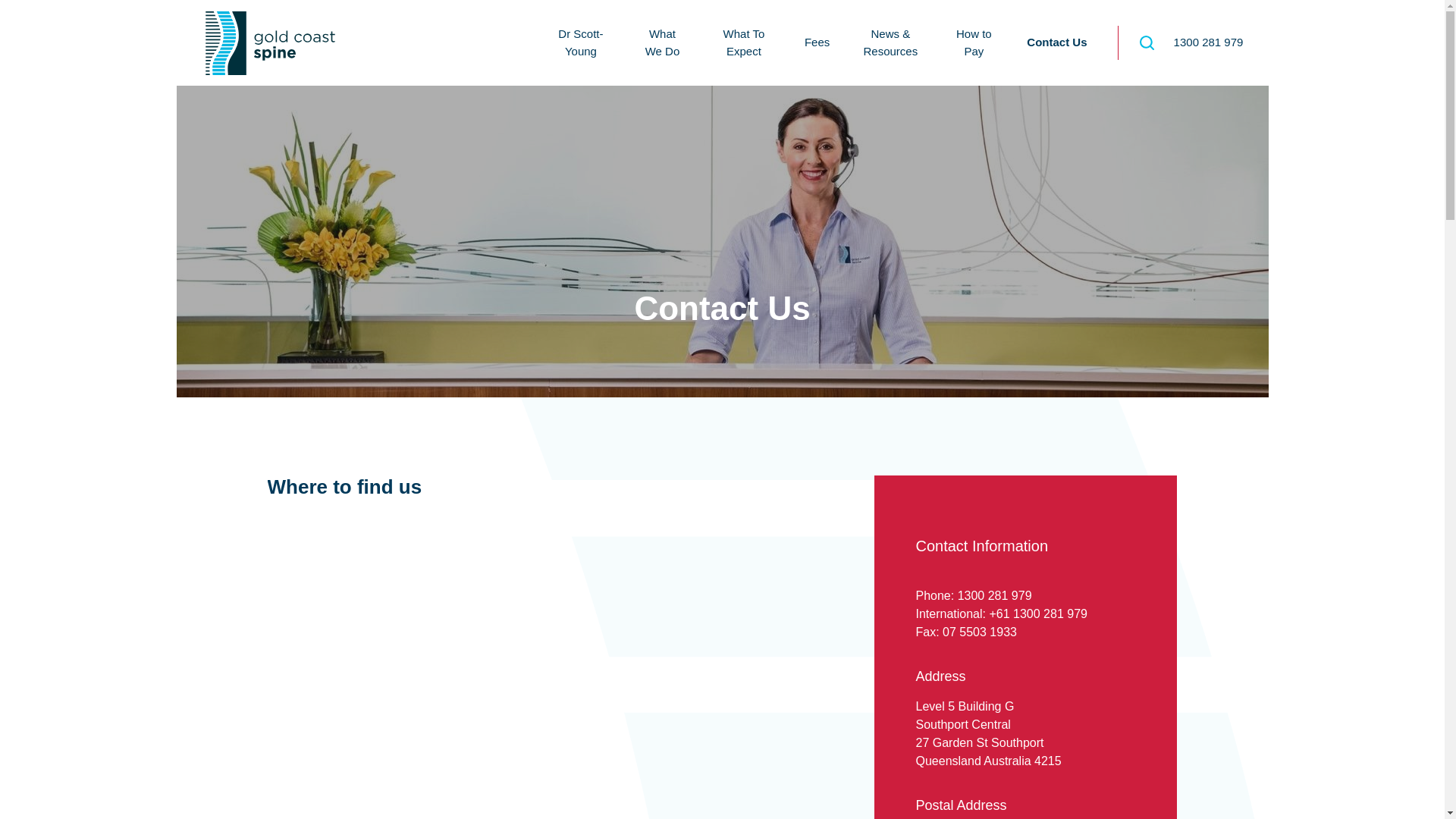 The width and height of the screenshot is (1456, 819). Describe the element at coordinates (1056, 42) in the screenshot. I see `'Contact Us'` at that location.